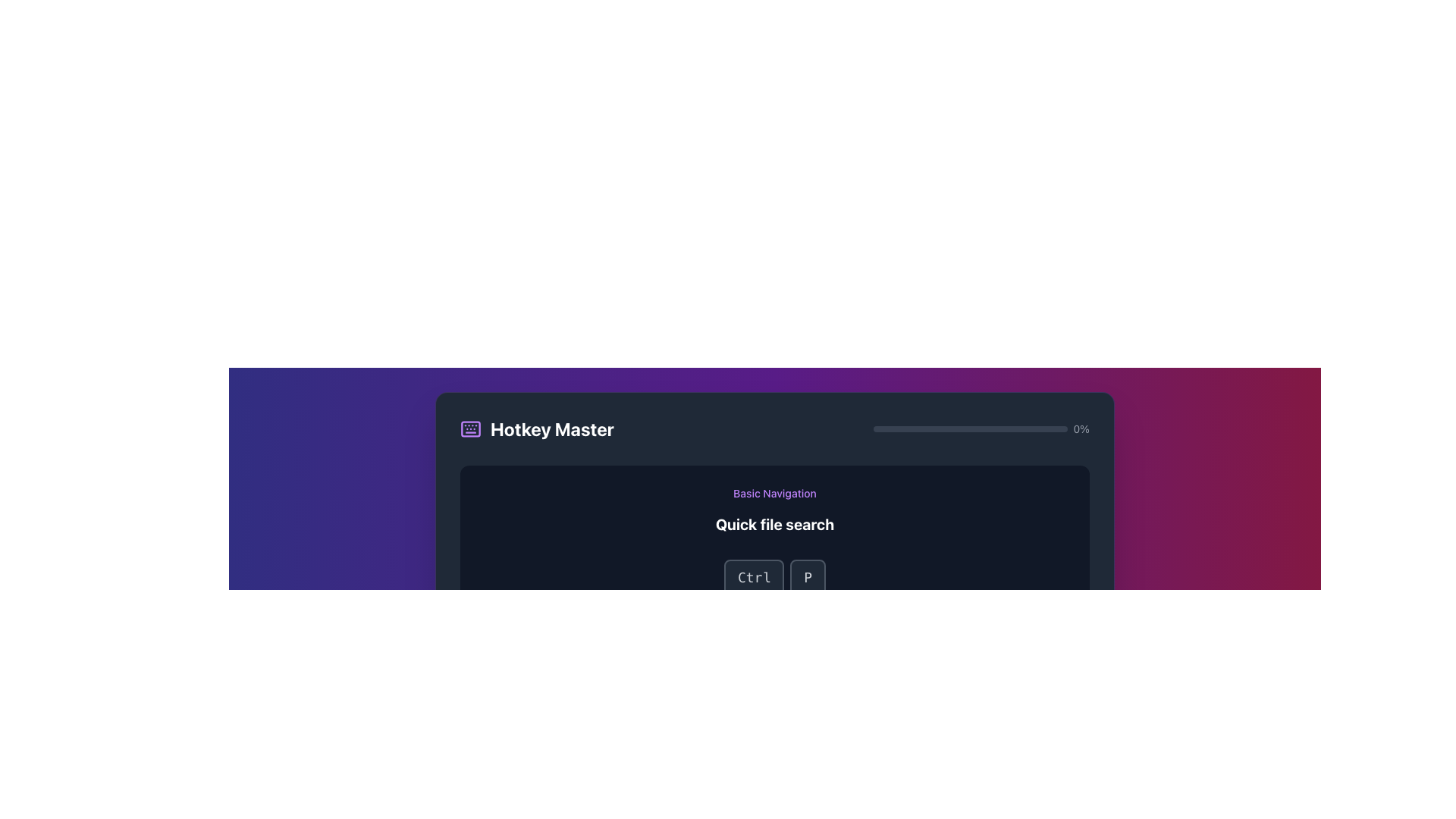 The image size is (1456, 819). Describe the element at coordinates (969, 429) in the screenshot. I see `the progress bar, which is visually represented as a horizontal indicator next to the textual indicator labeled '0%'` at that location.